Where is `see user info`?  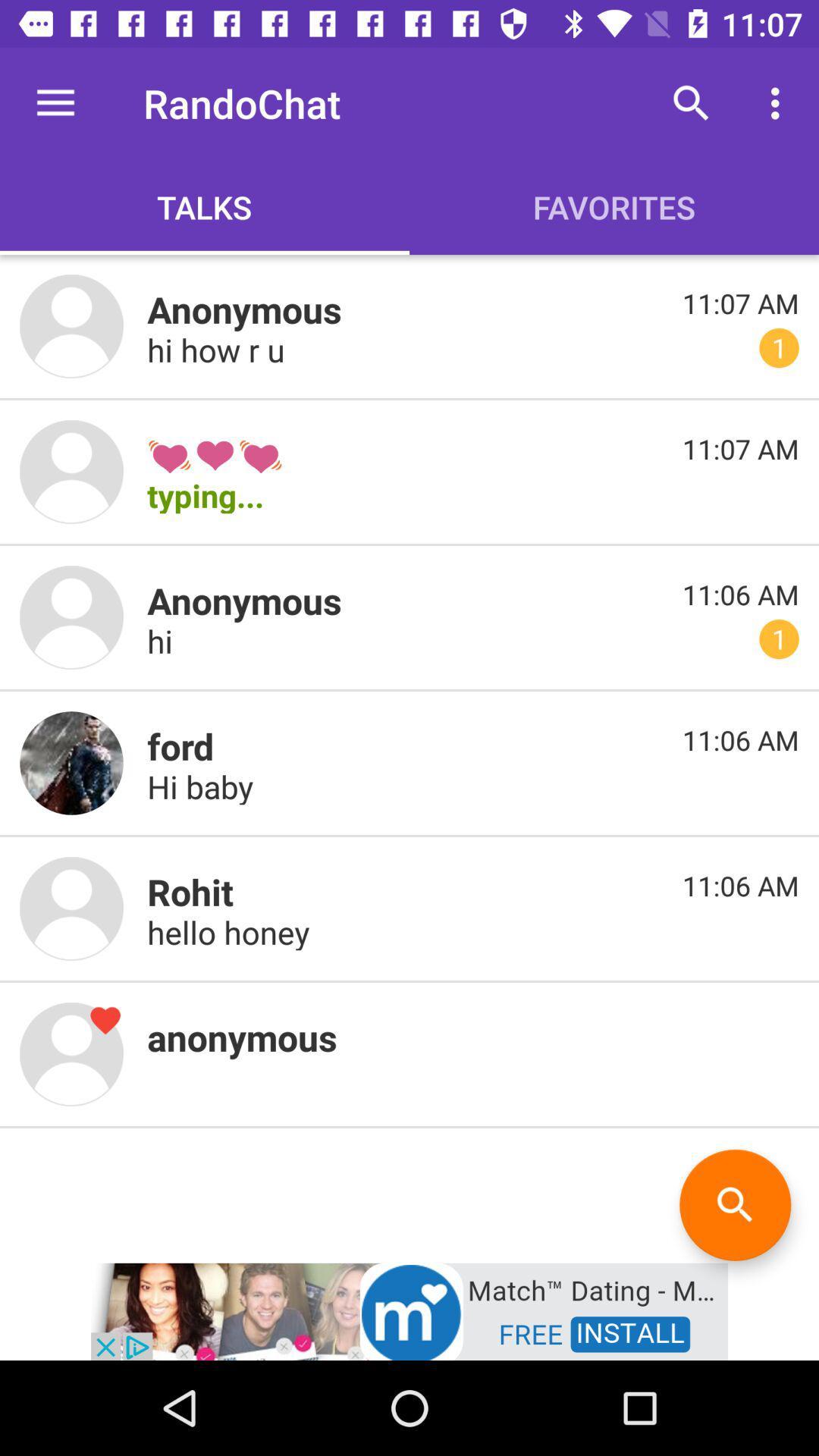 see user info is located at coordinates (71, 617).